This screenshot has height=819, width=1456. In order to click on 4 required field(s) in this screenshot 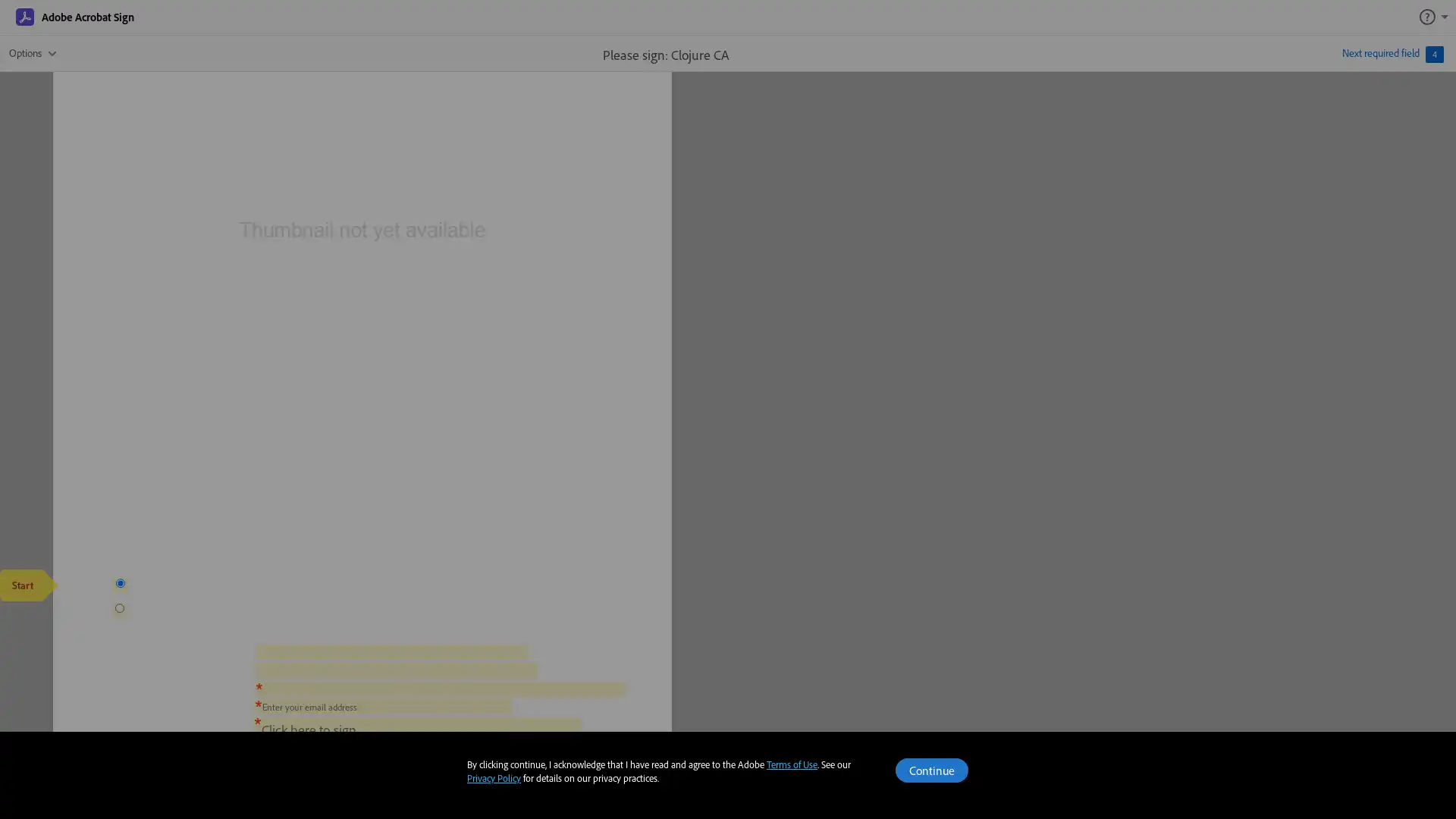, I will do `click(1433, 54)`.